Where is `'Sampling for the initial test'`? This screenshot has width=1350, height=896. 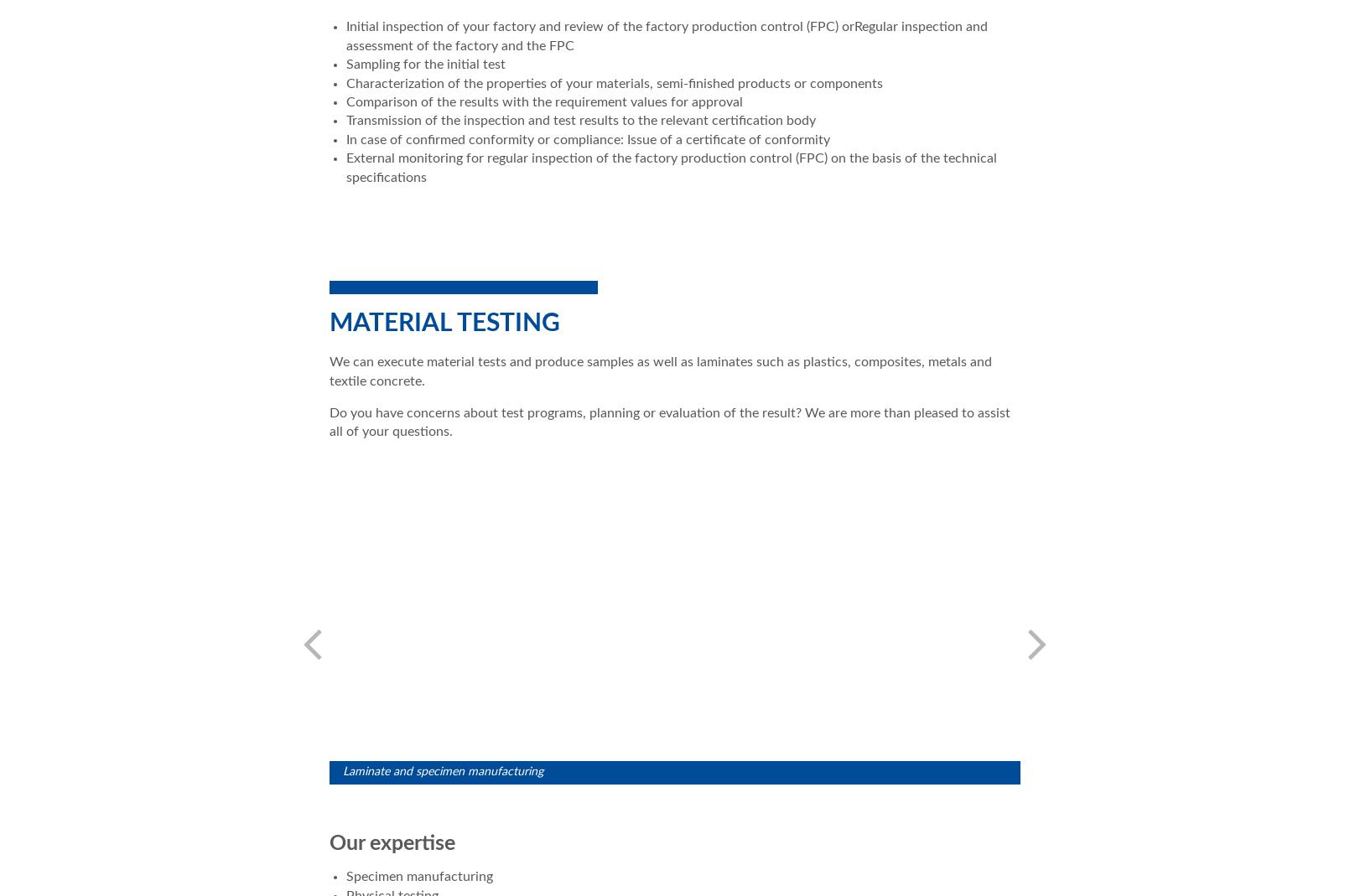
'Sampling for the initial test' is located at coordinates (345, 63).